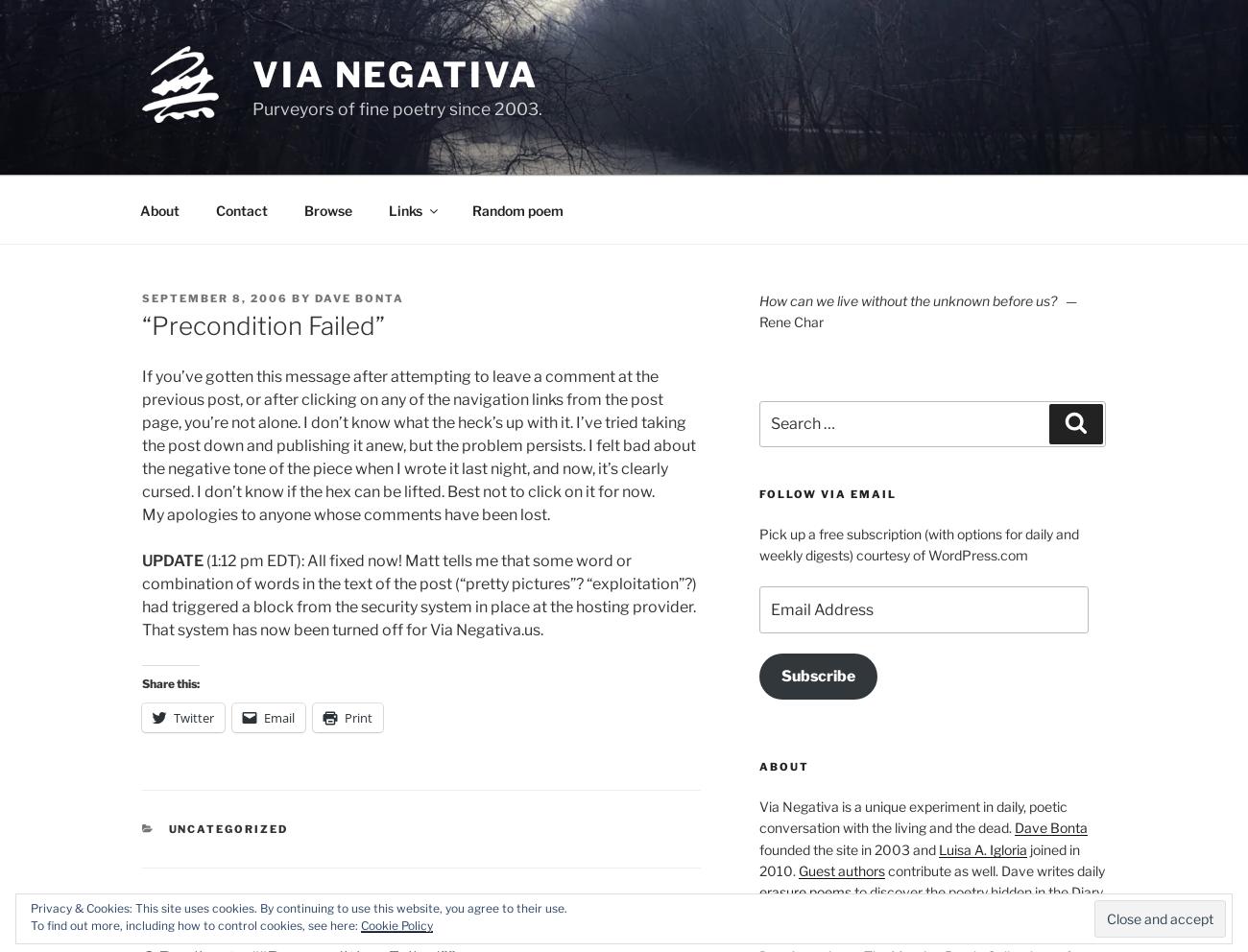  Describe the element at coordinates (278, 715) in the screenshot. I see `'Email'` at that location.